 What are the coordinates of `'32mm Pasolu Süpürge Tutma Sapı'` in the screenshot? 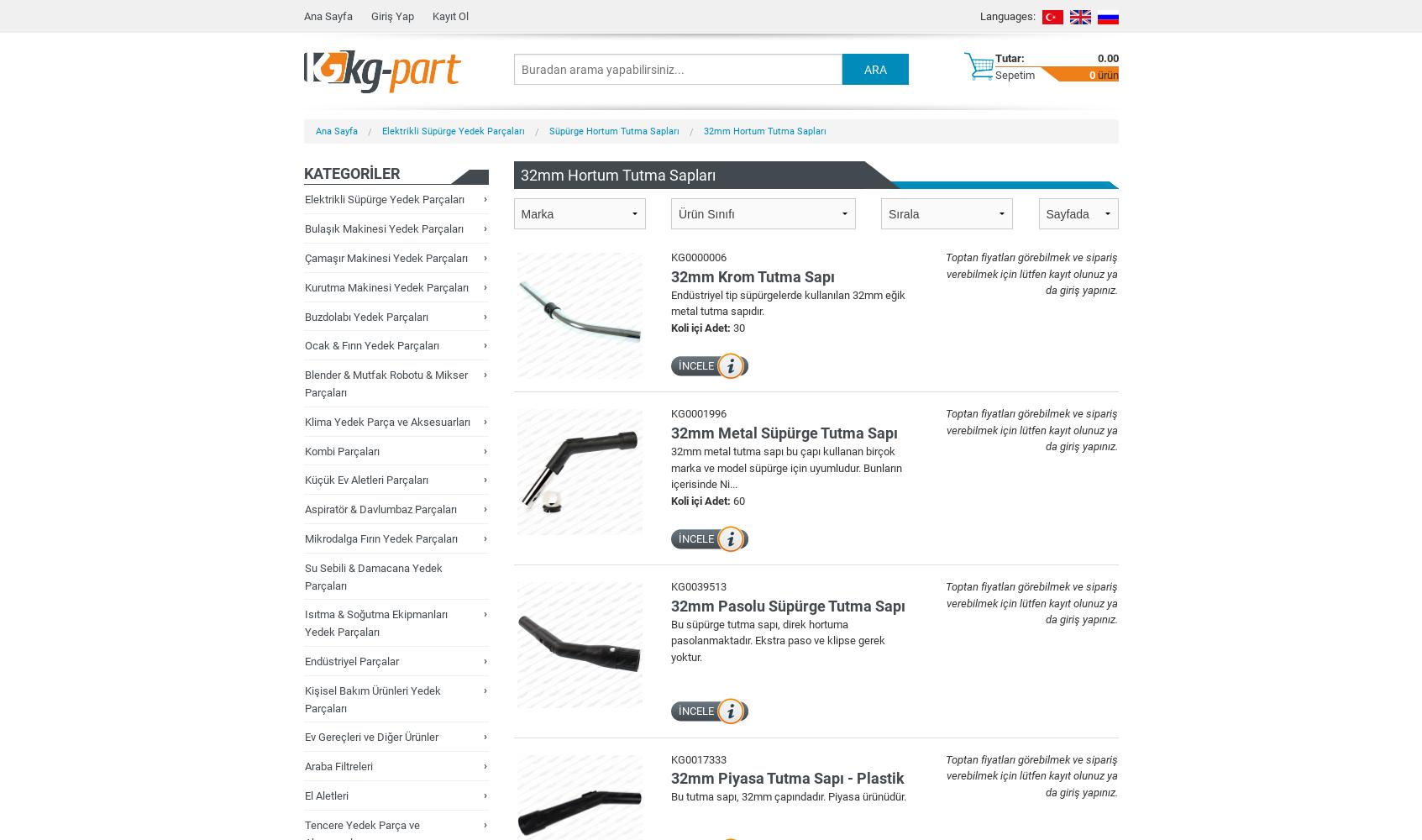 It's located at (787, 604).